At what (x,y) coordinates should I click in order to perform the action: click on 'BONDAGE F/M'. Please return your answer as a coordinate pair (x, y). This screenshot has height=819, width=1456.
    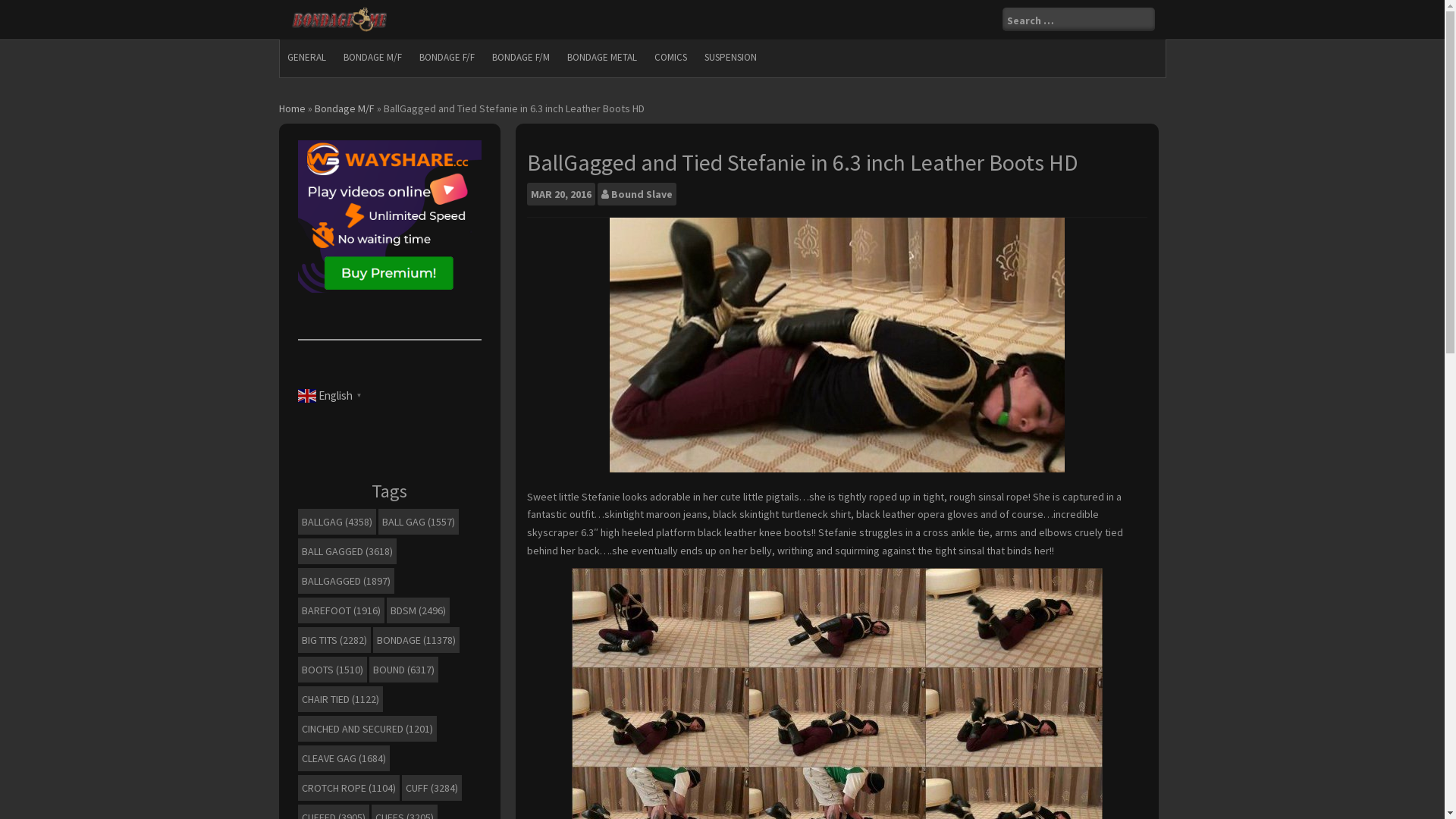
    Looking at the image, I should click on (483, 57).